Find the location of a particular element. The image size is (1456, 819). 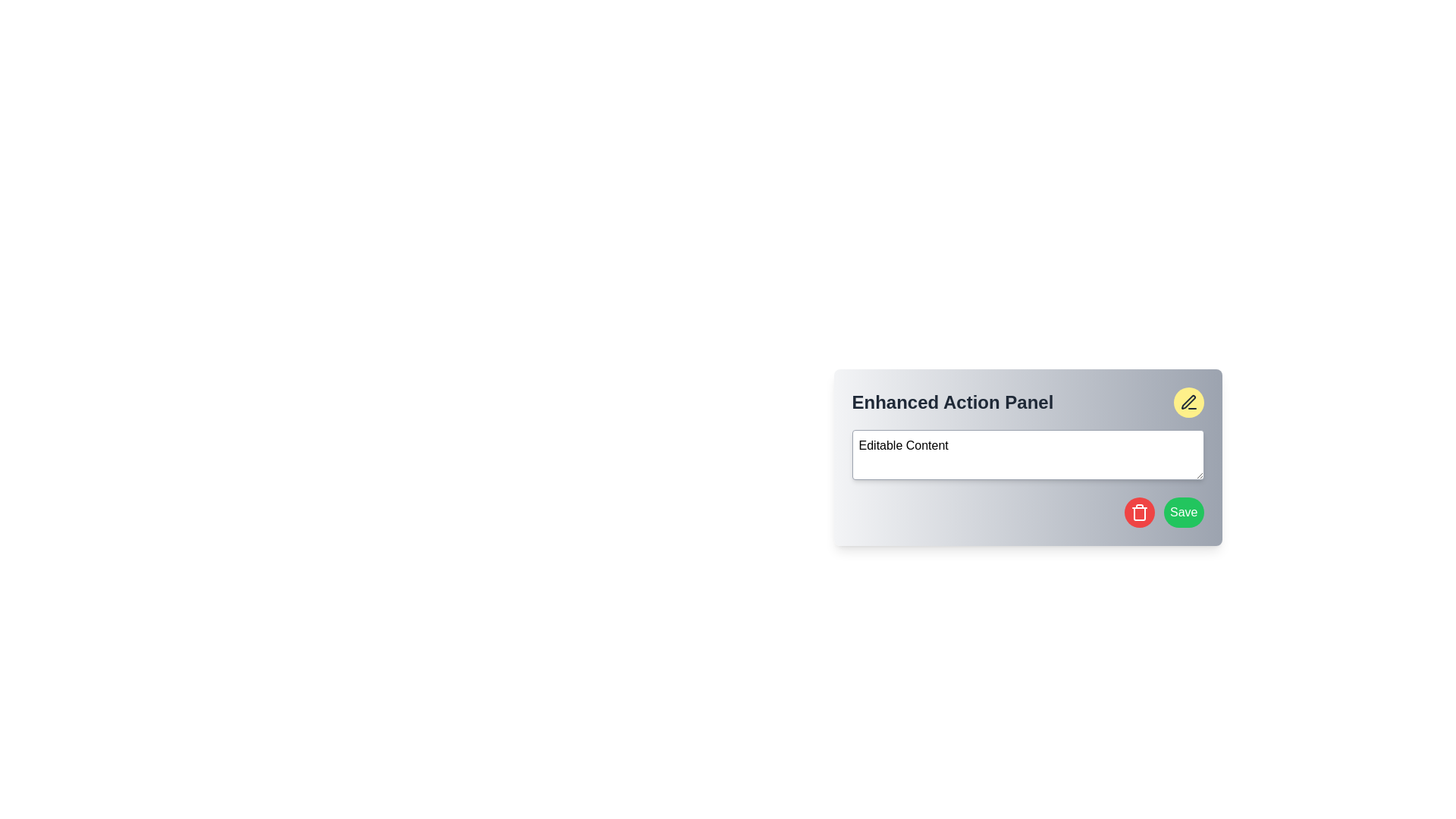

the circular yellow button with a black pen icon located at the top-right corner of the 'Enhanced Action Panel' is located at coordinates (1188, 402).